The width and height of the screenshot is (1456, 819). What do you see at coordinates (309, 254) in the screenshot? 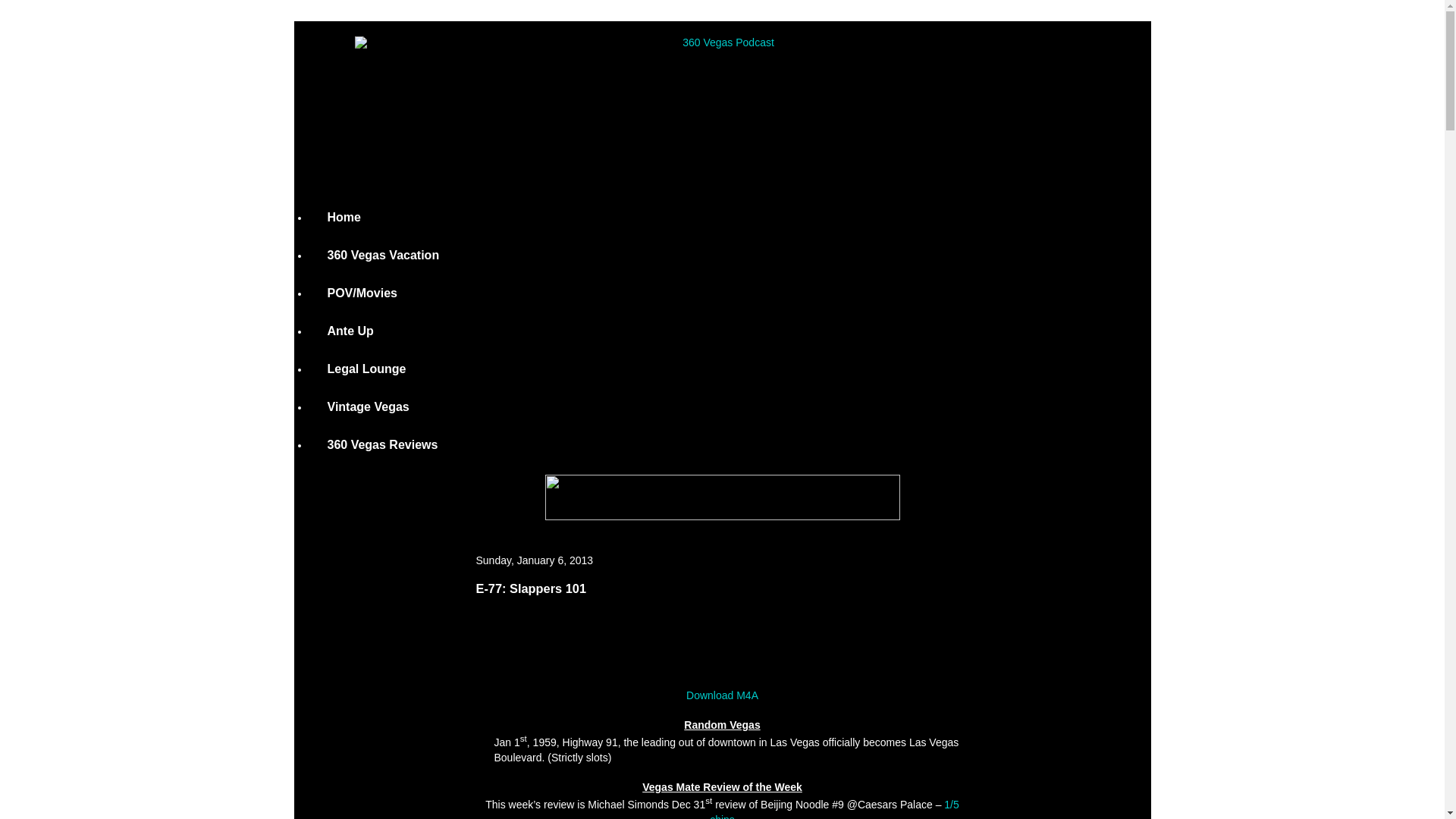
I see `'360 Vegas Vacation'` at bounding box center [309, 254].